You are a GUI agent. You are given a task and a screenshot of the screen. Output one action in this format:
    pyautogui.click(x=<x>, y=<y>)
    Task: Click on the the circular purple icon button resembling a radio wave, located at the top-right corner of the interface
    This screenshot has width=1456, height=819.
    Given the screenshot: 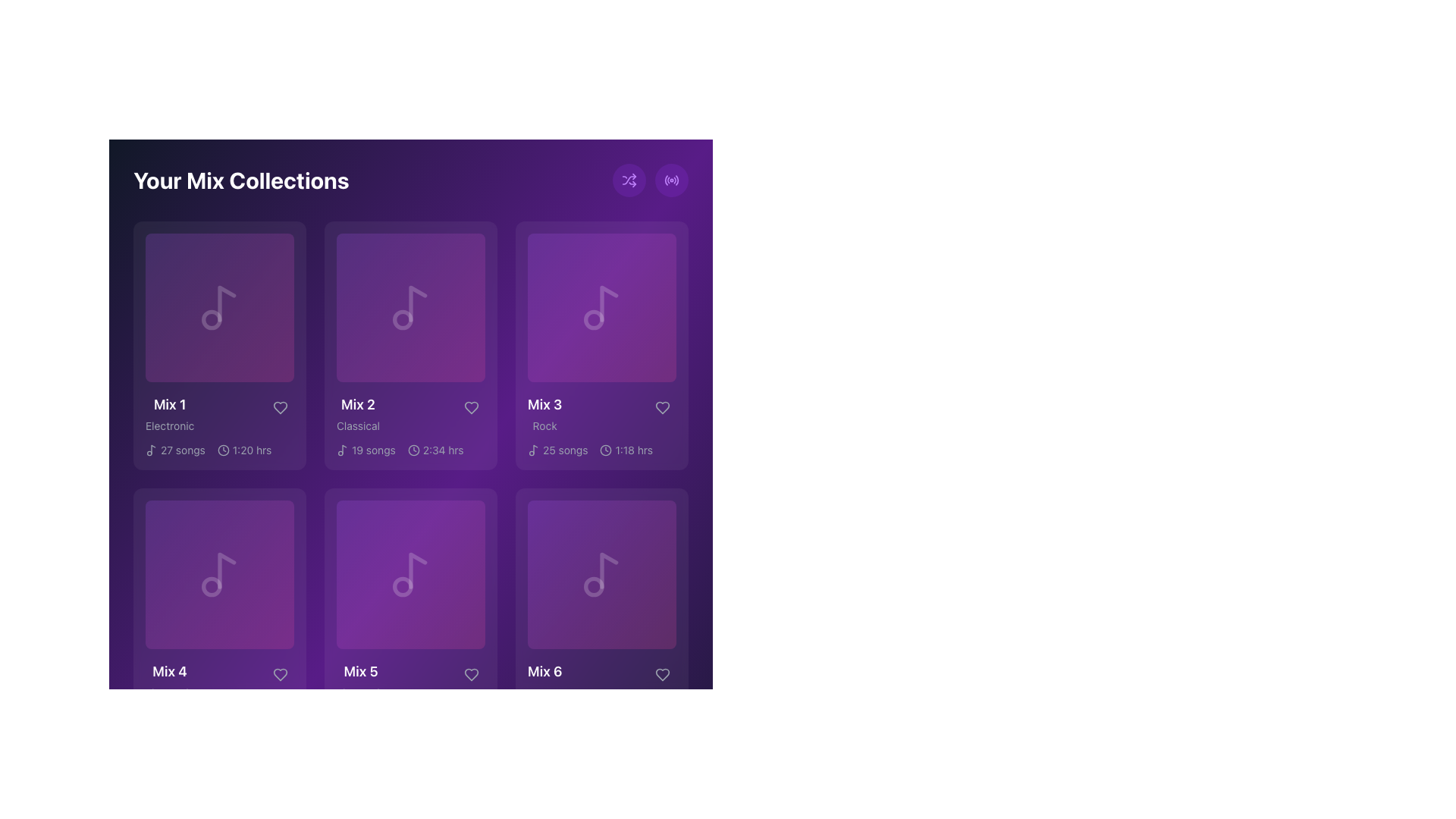 What is the action you would take?
    pyautogui.click(x=671, y=180)
    